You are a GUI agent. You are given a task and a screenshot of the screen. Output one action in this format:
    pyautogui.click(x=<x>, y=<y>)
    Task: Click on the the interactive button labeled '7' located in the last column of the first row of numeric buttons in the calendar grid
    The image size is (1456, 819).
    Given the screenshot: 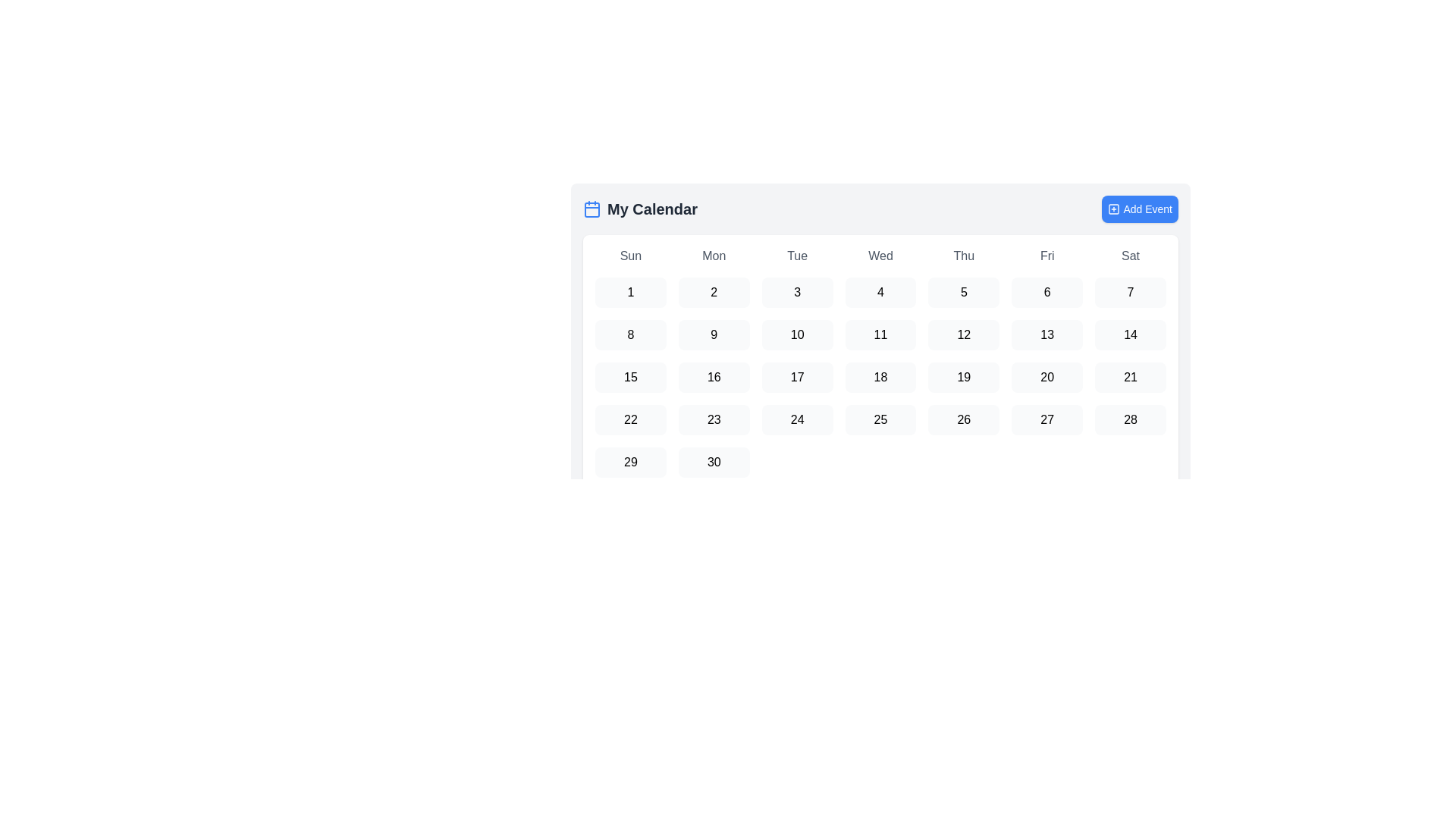 What is the action you would take?
    pyautogui.click(x=1131, y=292)
    